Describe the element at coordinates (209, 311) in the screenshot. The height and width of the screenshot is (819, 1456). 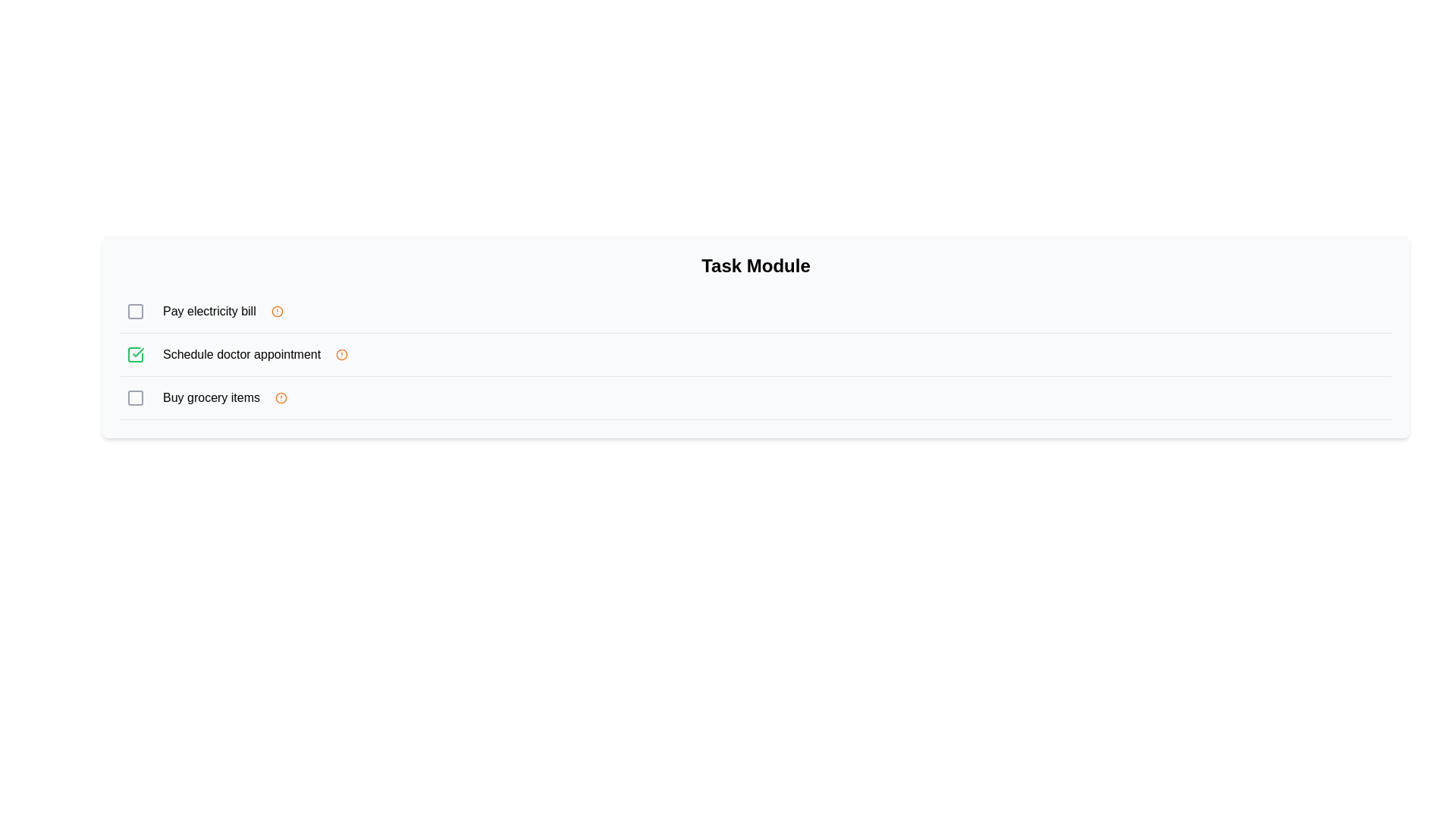
I see `the text label that informs the user to 'Pay electricity bill', which is the first item in a task list, located to the right of a checkbox and to the left of an orange warning icon` at that location.